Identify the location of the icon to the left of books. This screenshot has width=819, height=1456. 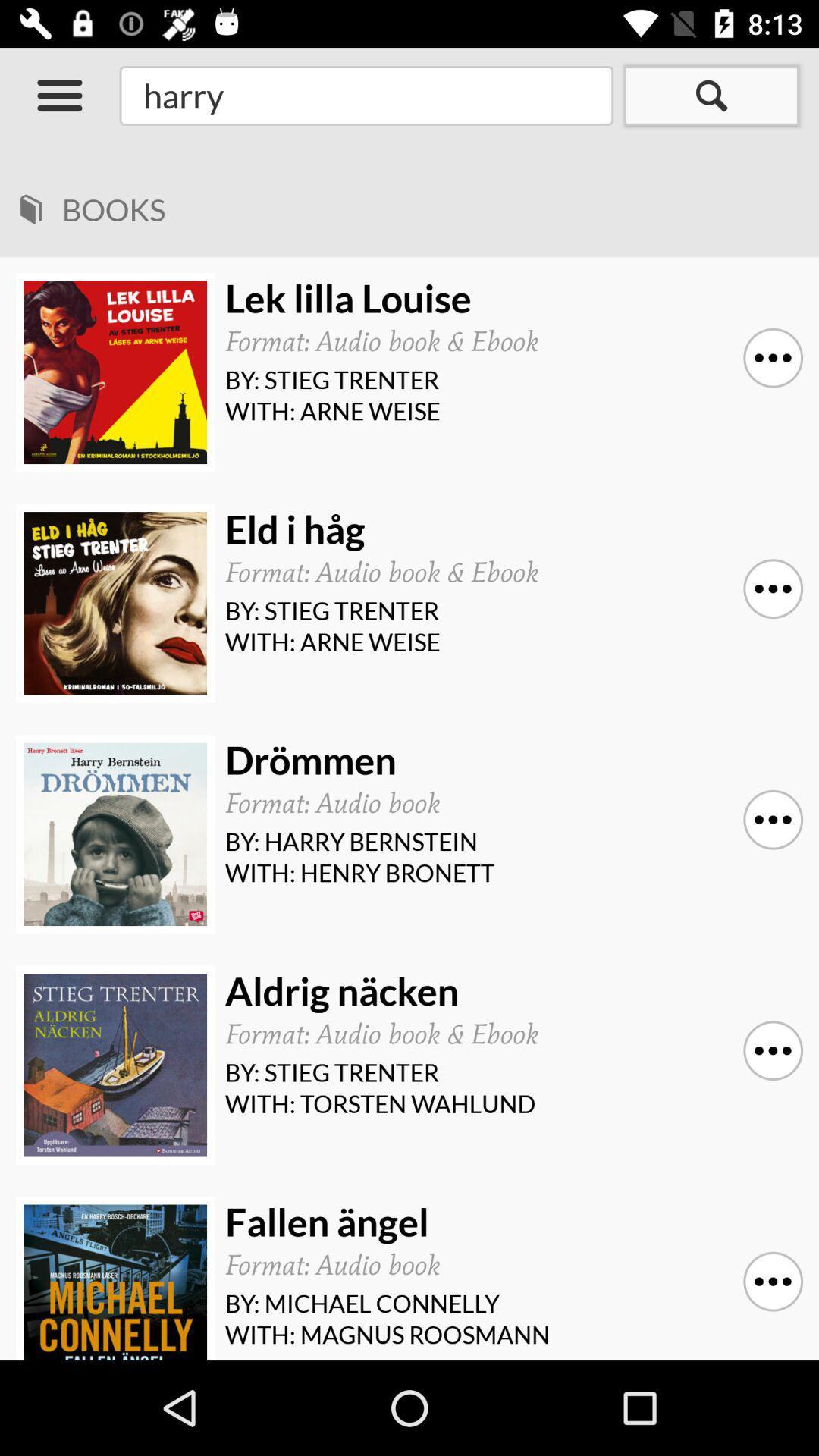
(30, 203).